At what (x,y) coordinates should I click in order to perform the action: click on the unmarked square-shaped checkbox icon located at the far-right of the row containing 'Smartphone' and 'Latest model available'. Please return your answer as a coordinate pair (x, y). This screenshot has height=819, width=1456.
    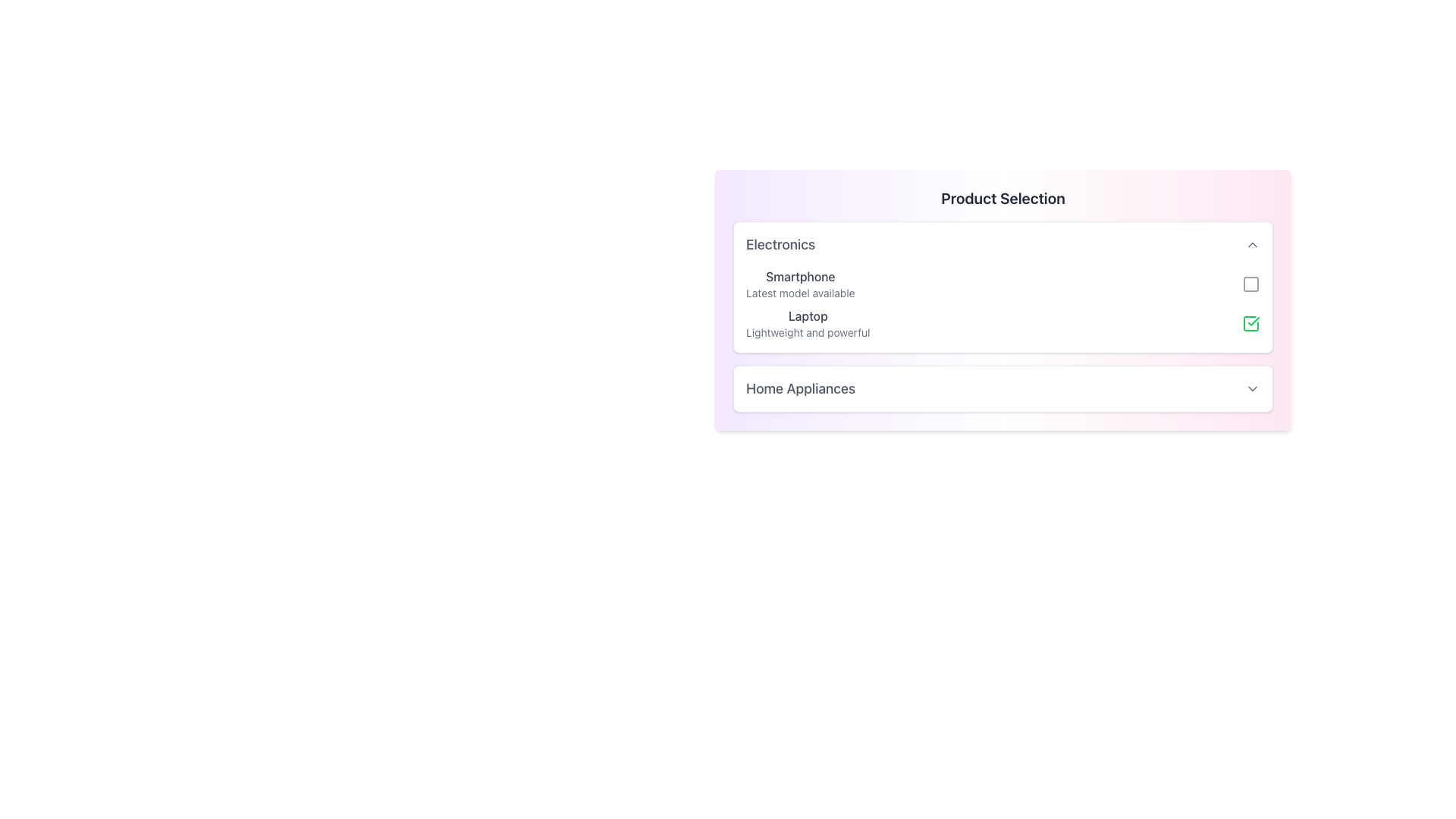
    Looking at the image, I should click on (1251, 284).